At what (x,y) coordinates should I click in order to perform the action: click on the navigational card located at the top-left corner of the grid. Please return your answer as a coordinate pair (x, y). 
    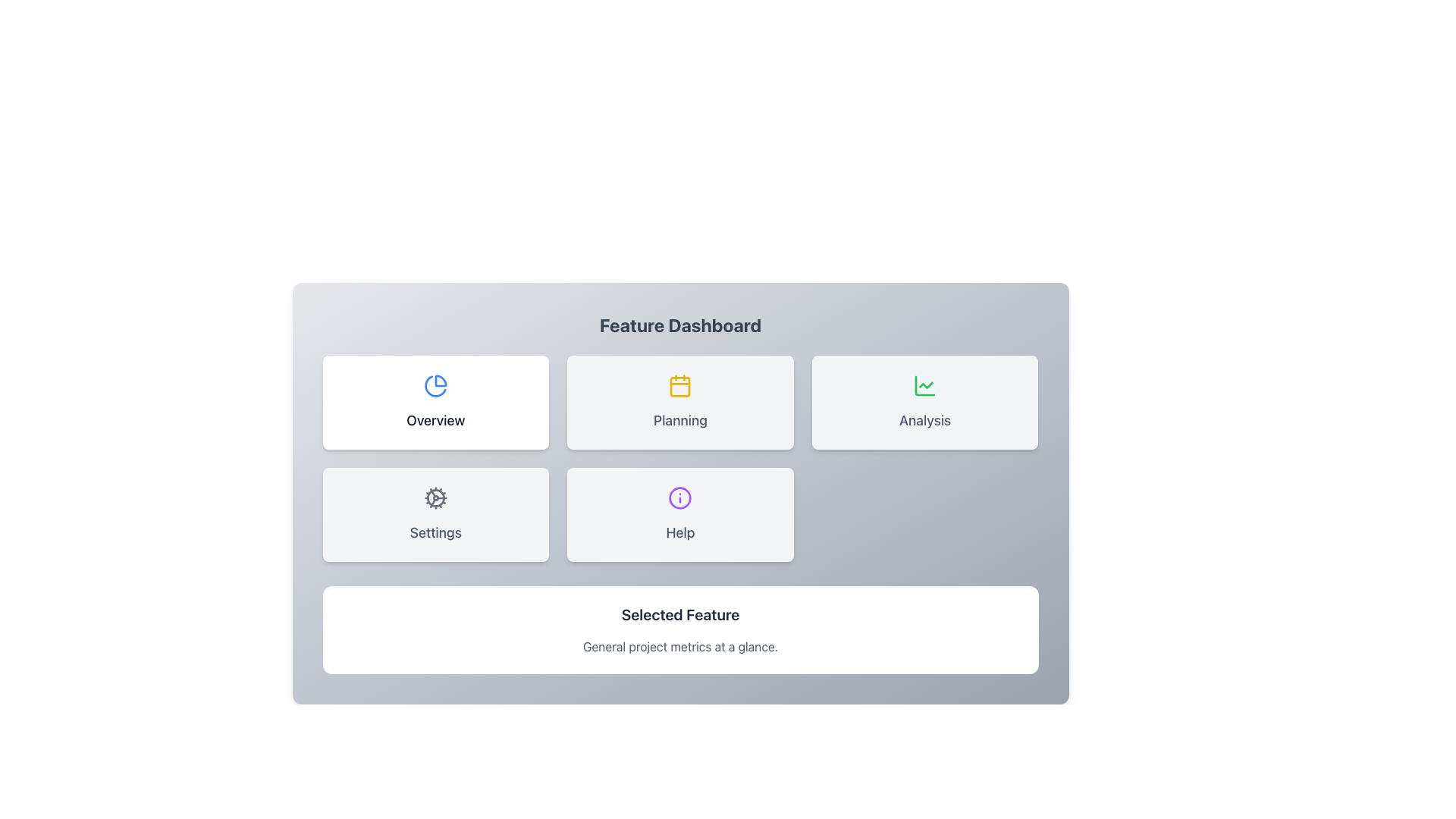
    Looking at the image, I should click on (435, 402).